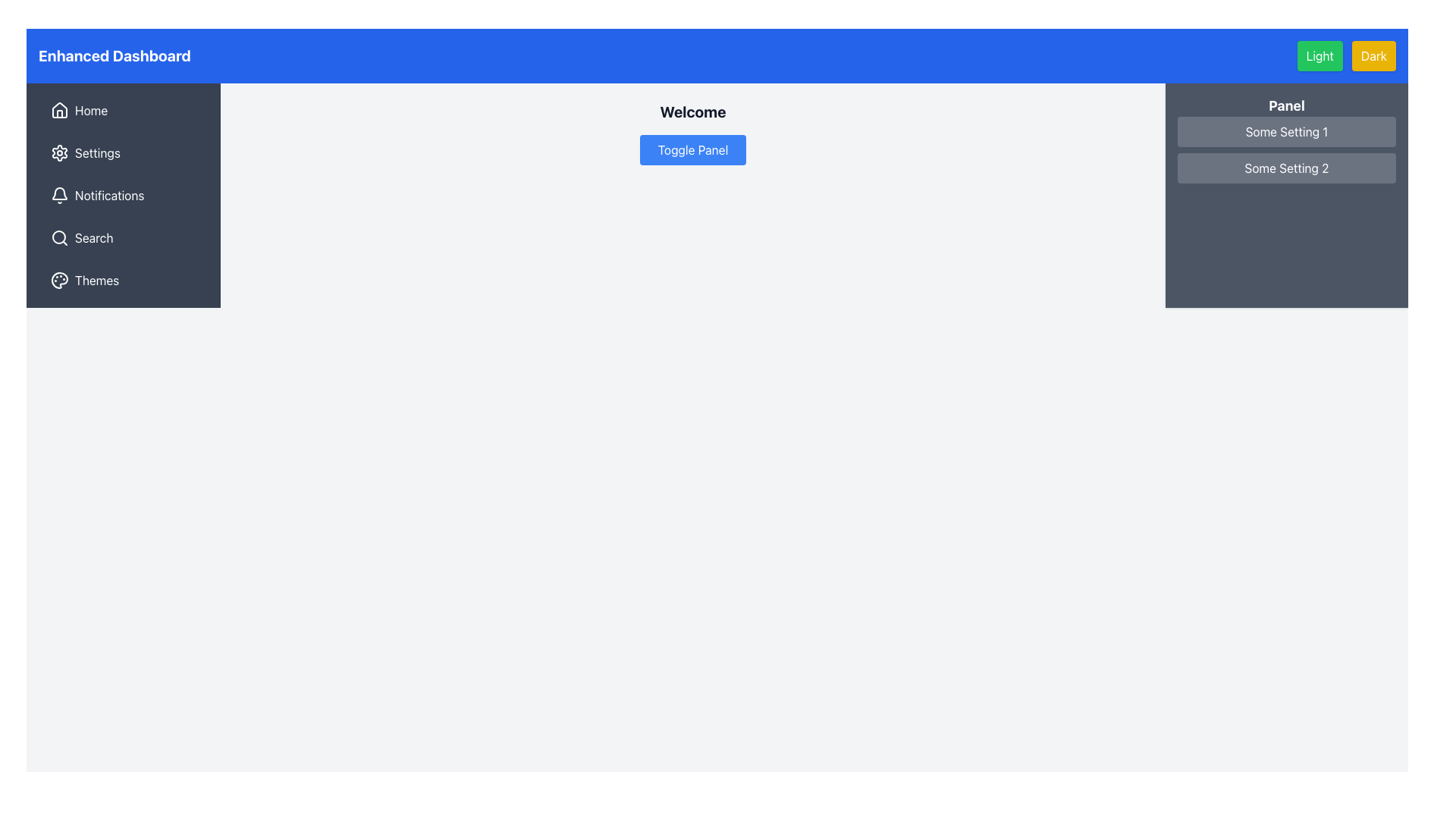 The height and width of the screenshot is (819, 1456). What do you see at coordinates (692, 149) in the screenshot?
I see `the toggle button located at the horizontal center of the webpage, directly beneath the 'Welcome' title` at bounding box center [692, 149].